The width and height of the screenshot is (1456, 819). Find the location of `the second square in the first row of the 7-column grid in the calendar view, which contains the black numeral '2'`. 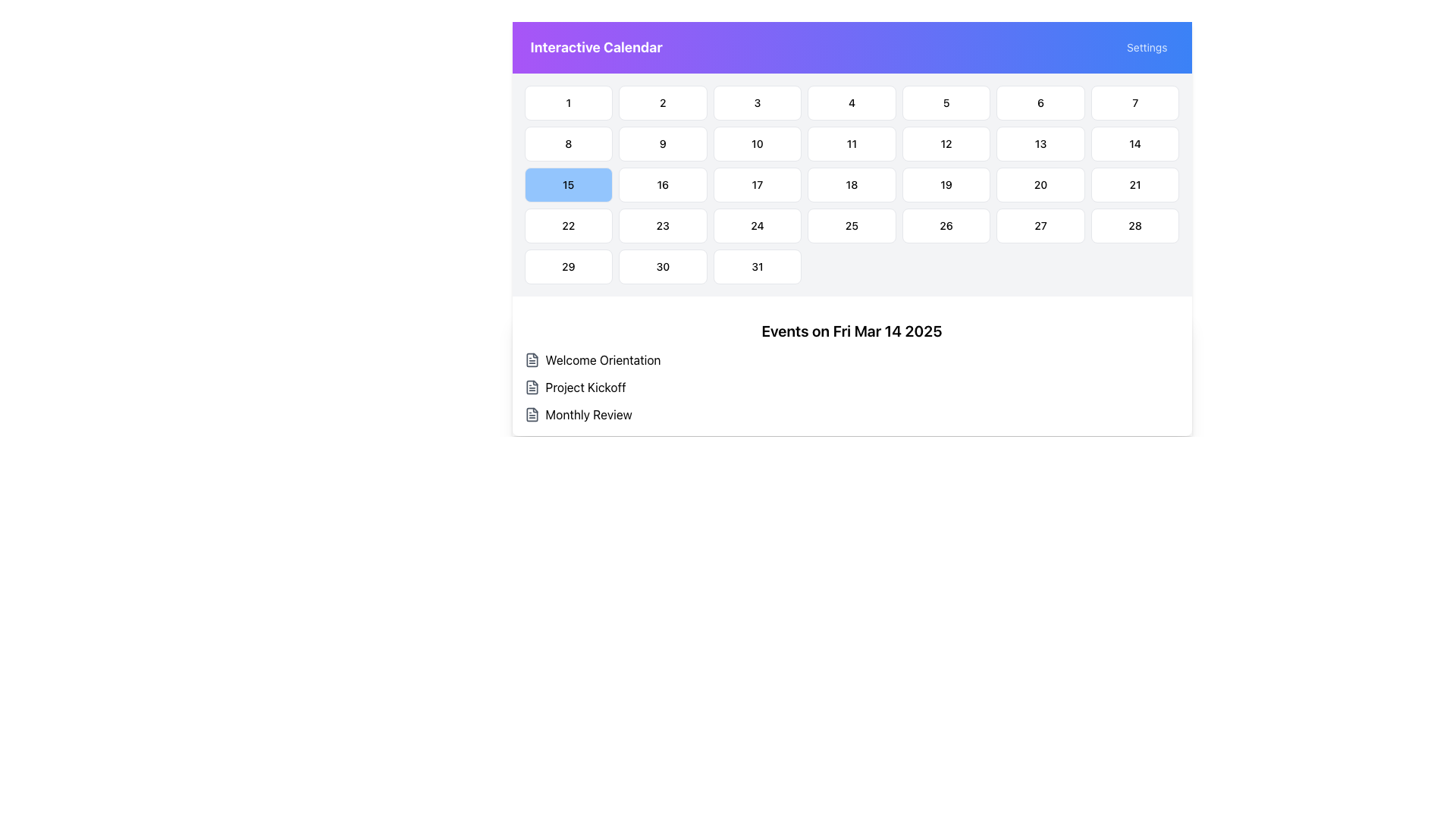

the second square in the first row of the 7-column grid in the calendar view, which contains the black numeral '2' is located at coordinates (663, 102).